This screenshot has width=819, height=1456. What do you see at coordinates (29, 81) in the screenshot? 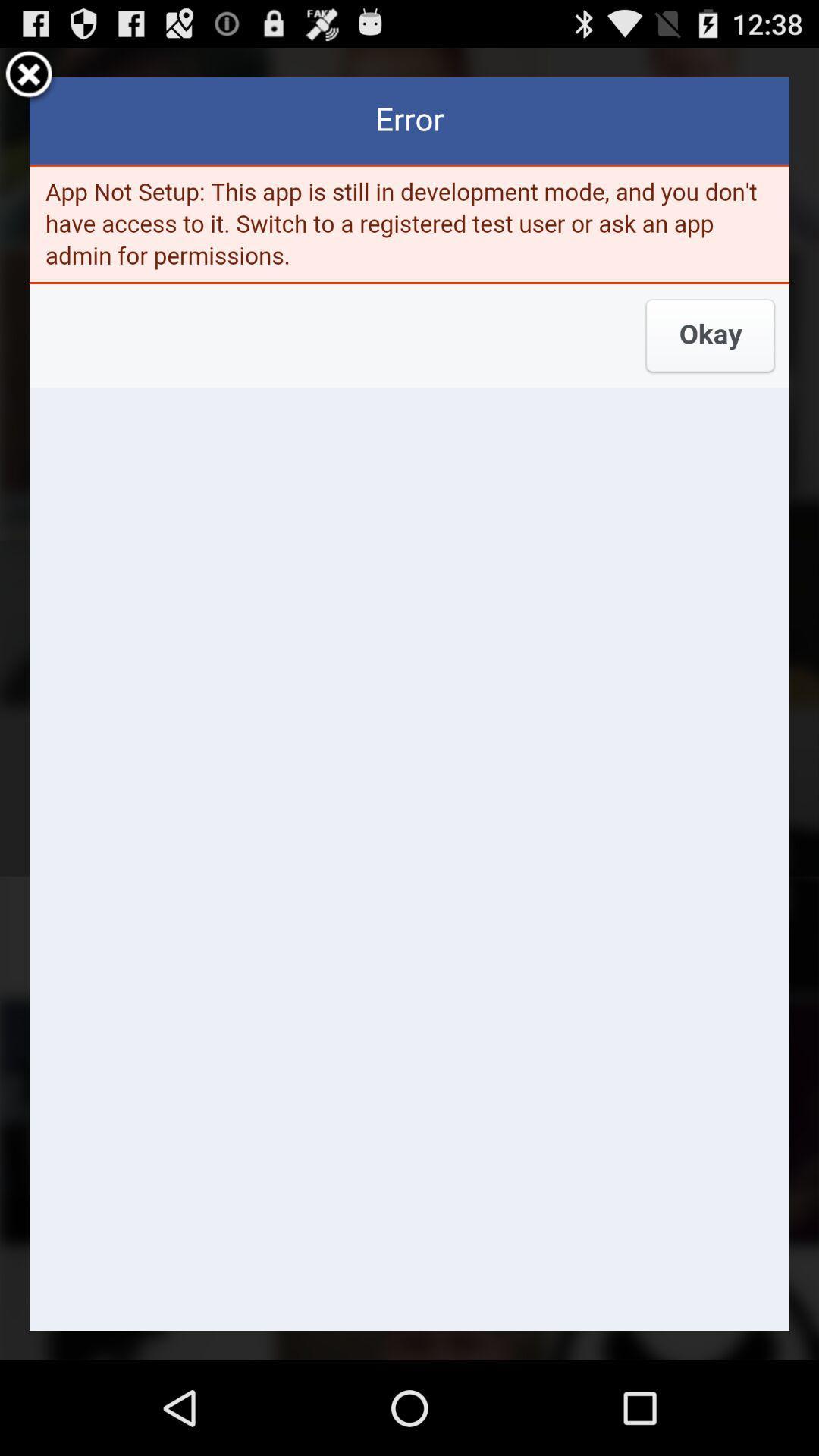
I see `the close icon` at bounding box center [29, 81].